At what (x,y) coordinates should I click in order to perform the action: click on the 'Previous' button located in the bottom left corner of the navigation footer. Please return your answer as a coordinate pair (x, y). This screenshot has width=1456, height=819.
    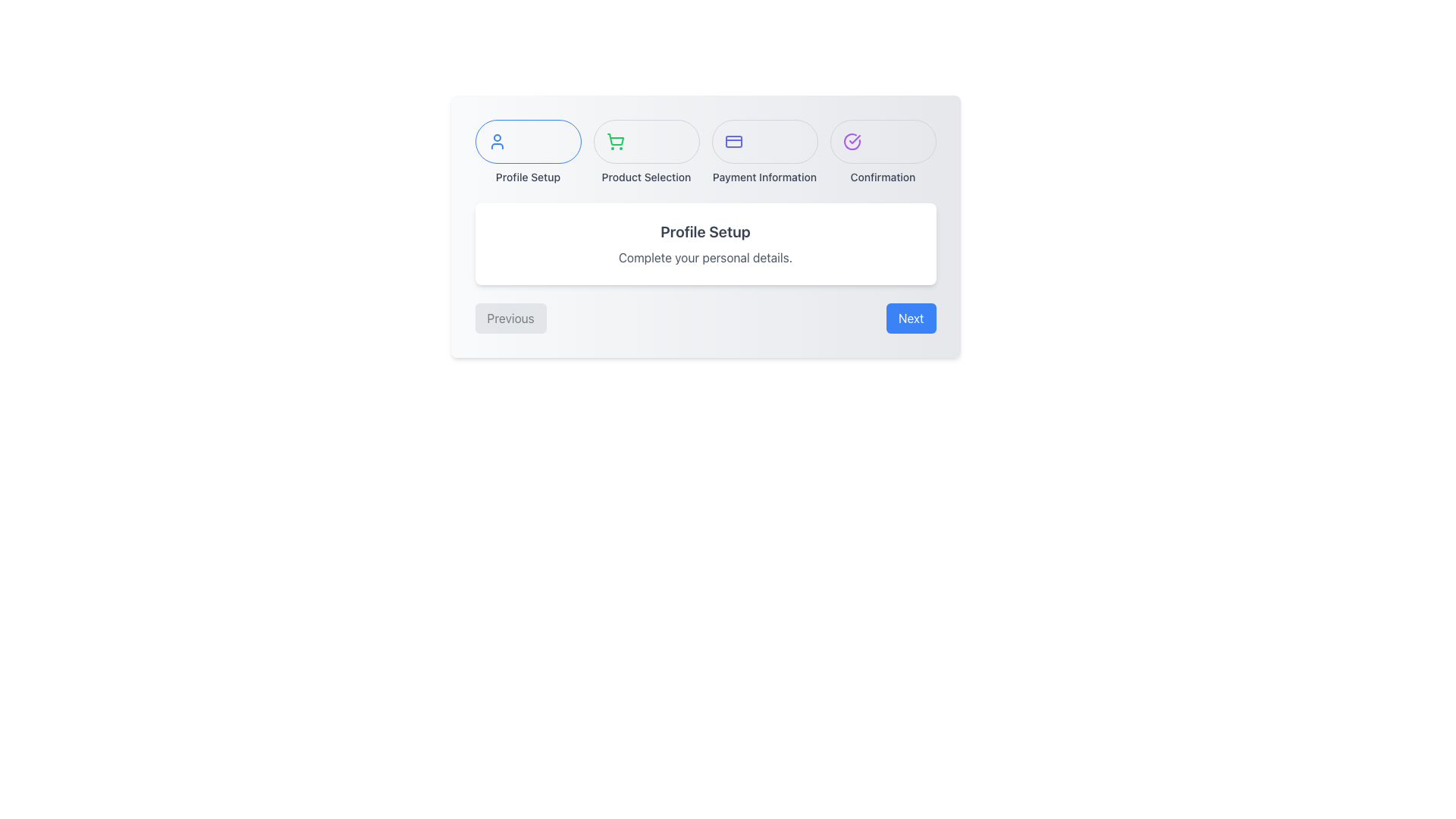
    Looking at the image, I should click on (510, 318).